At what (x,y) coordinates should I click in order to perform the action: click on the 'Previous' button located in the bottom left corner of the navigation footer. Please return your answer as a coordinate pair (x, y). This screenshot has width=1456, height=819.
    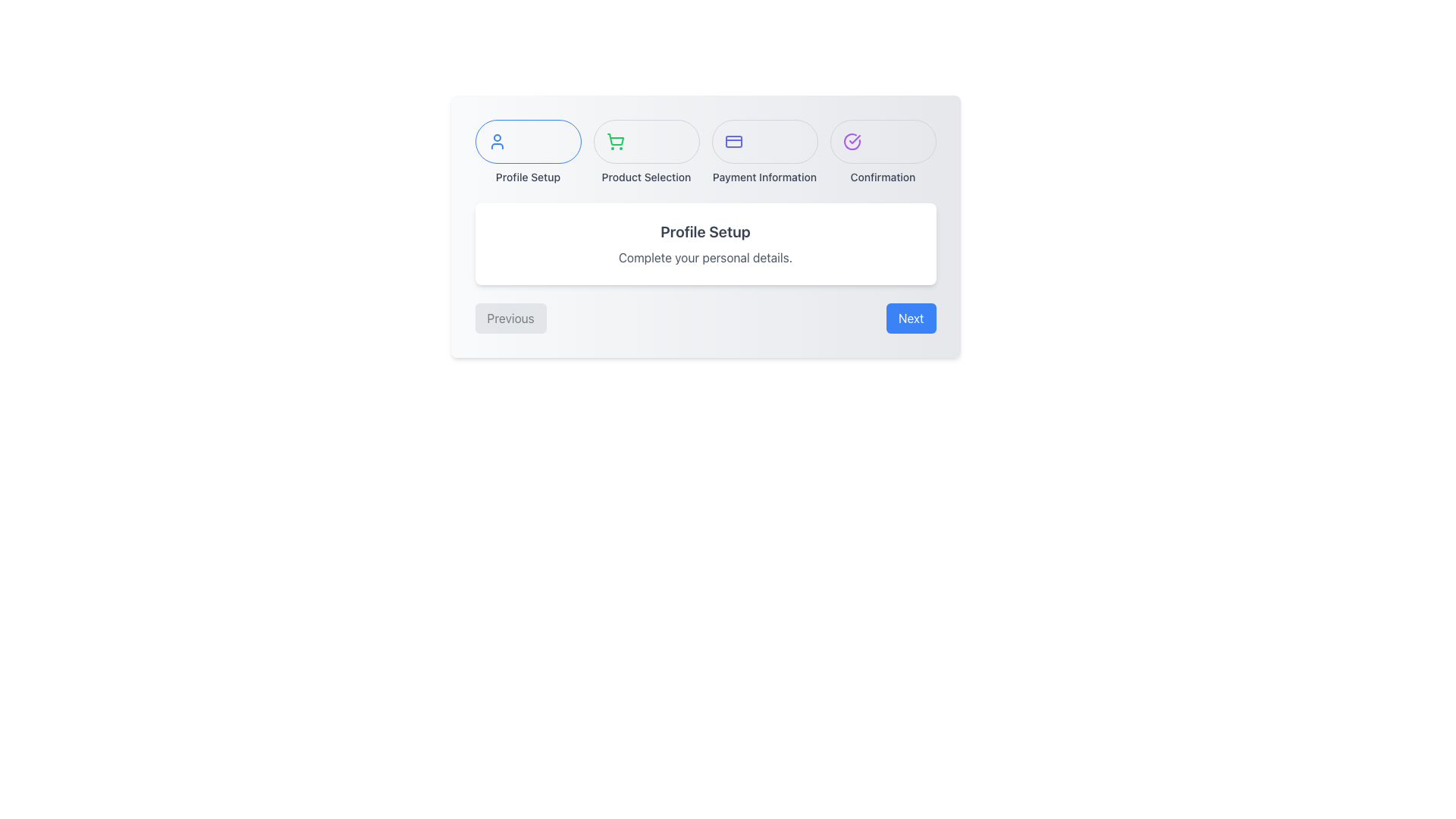
    Looking at the image, I should click on (510, 318).